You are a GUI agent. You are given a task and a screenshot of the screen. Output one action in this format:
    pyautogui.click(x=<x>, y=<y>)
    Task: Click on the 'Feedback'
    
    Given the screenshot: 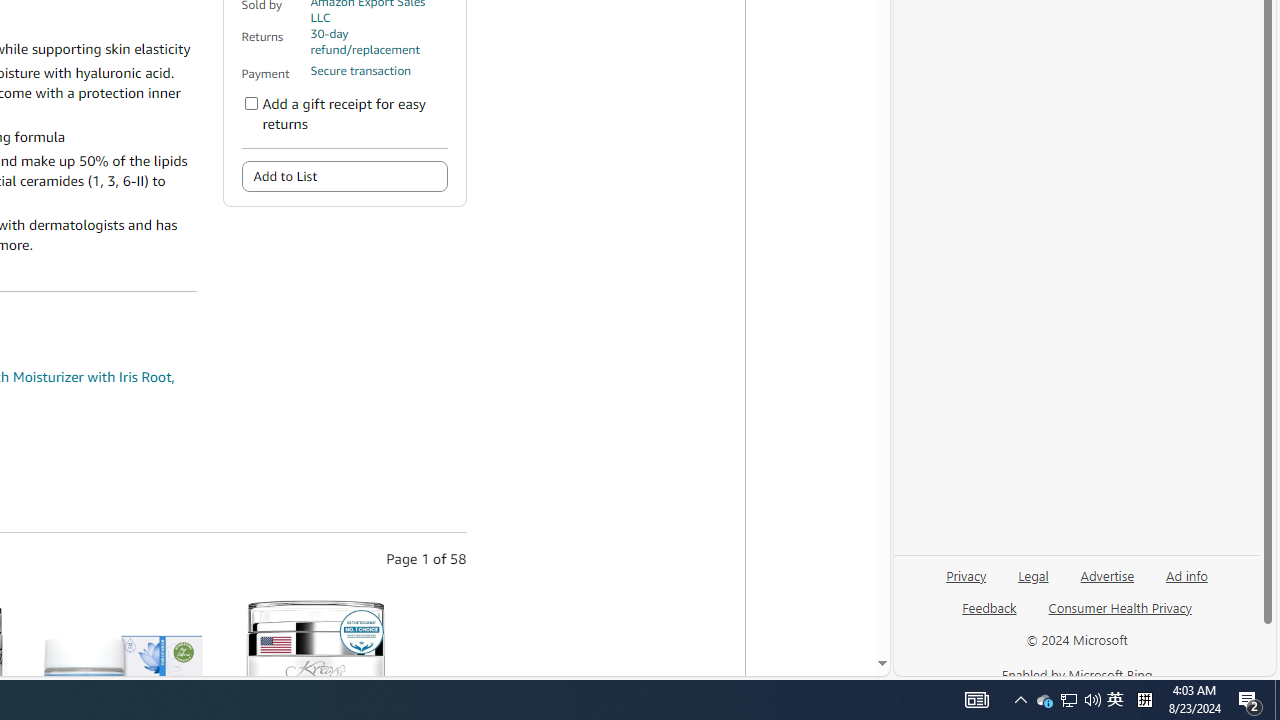 What is the action you would take?
    pyautogui.click(x=989, y=614)
    